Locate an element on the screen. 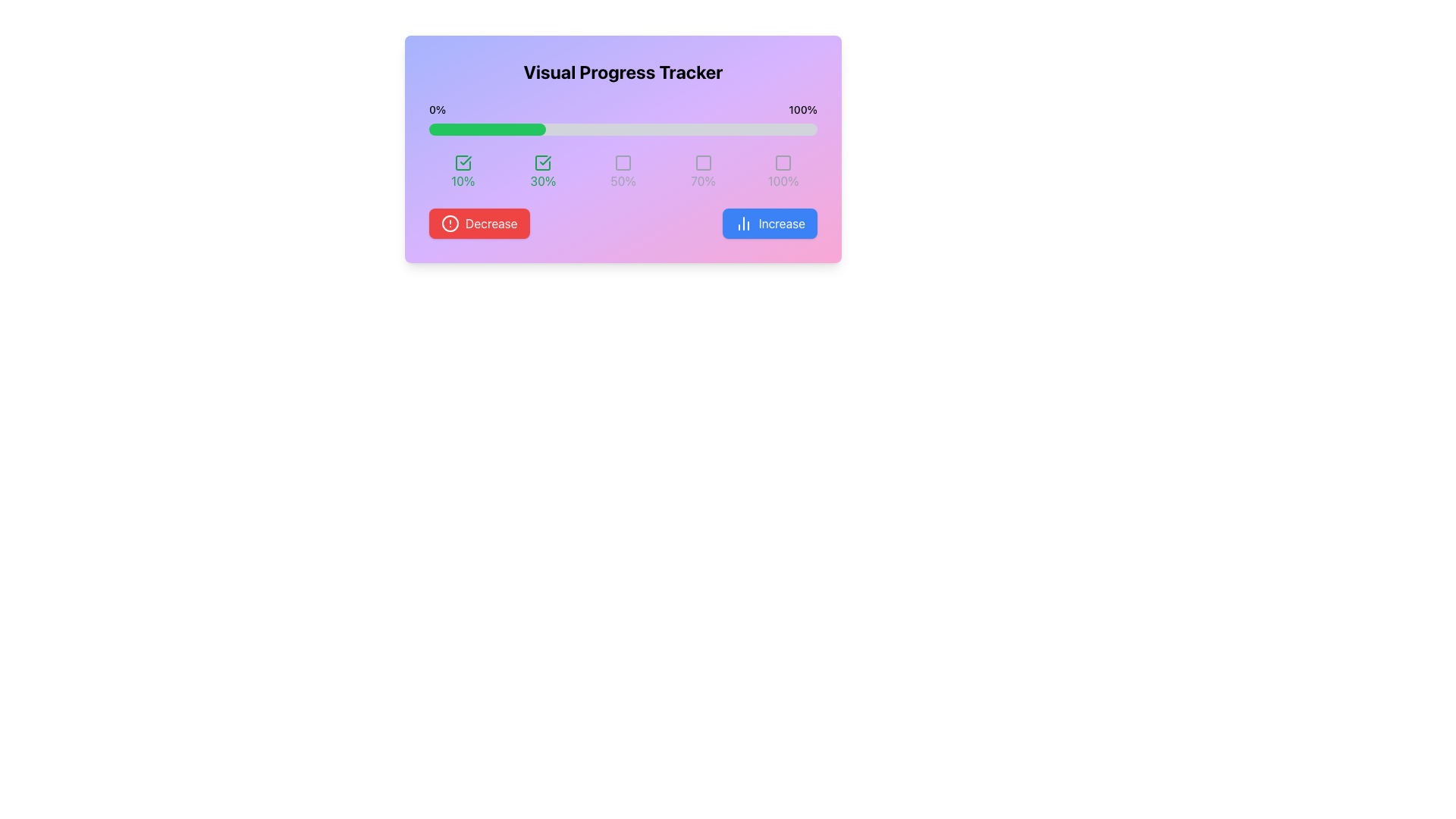 This screenshot has width=1456, height=819. the progress level is located at coordinates (463, 128).